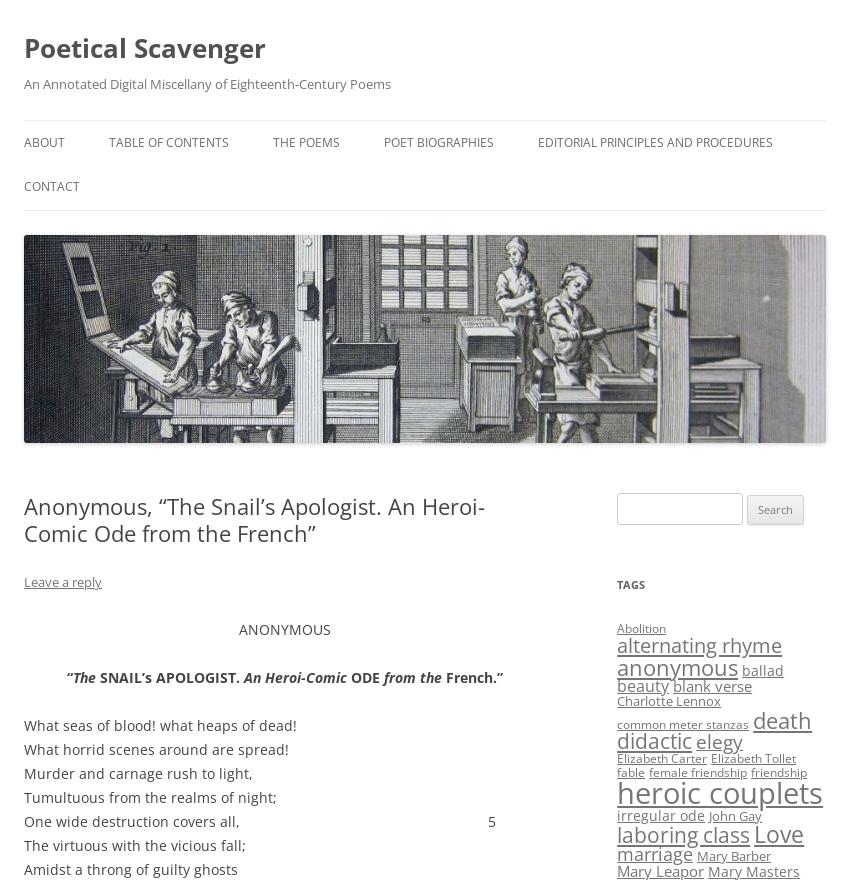  Describe the element at coordinates (134, 845) in the screenshot. I see `'The virtuous with the vicious fall;'` at that location.